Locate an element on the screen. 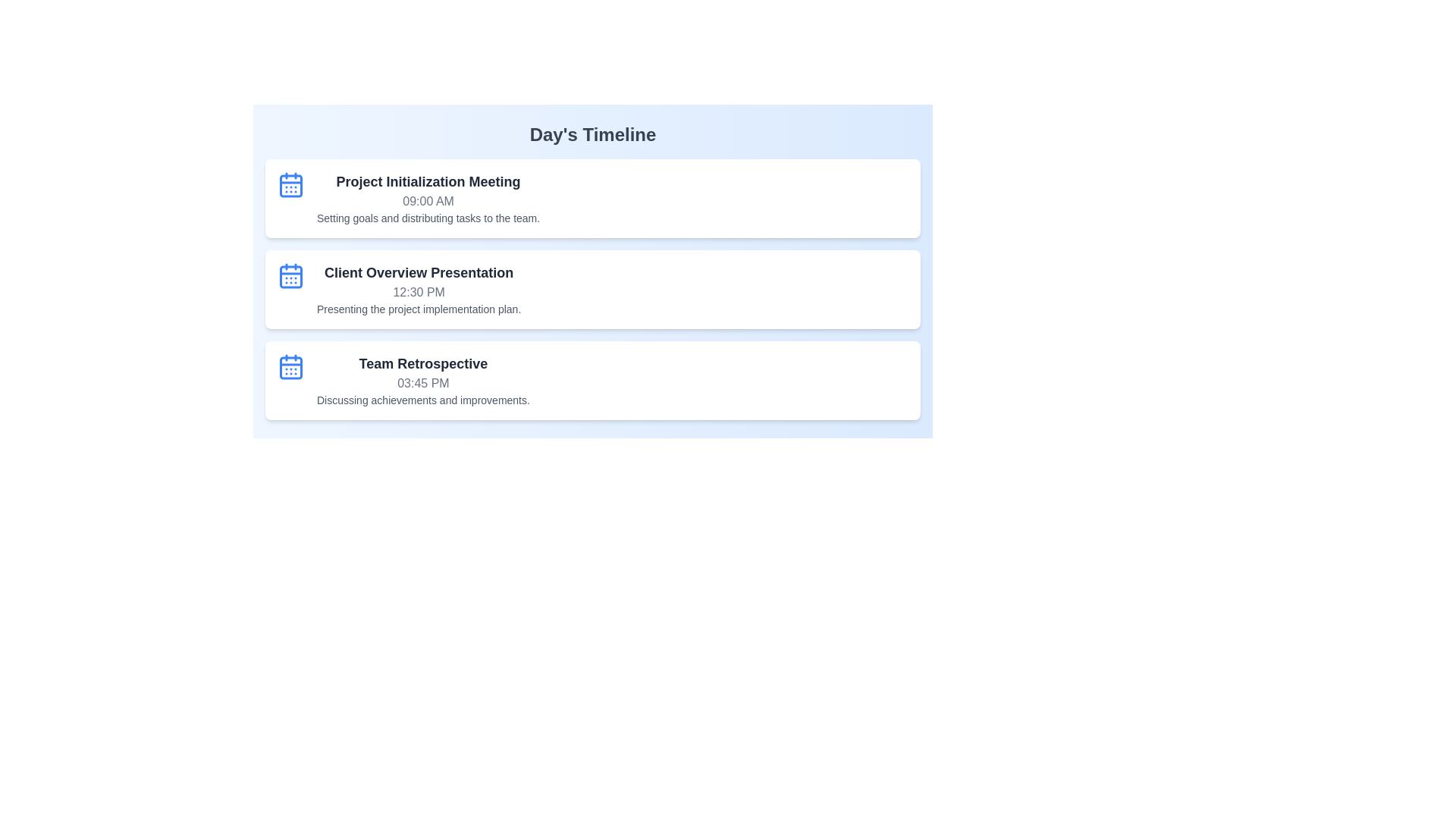  displayed information about the event titled 'Client Overview Presentation' located in the second box under 'Day's Timeline' is located at coordinates (419, 289).